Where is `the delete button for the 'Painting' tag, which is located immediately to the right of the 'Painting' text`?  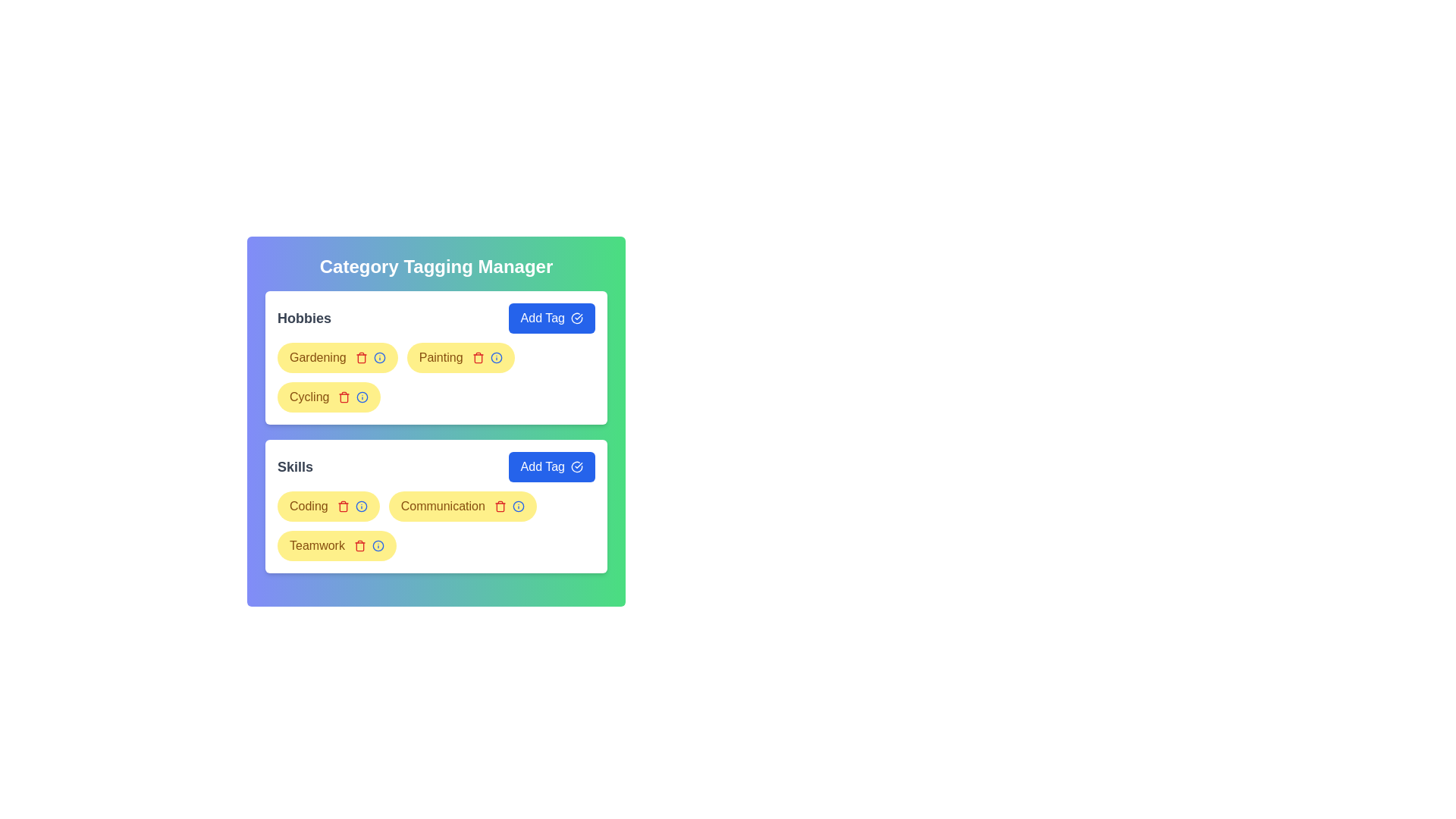
the delete button for the 'Painting' tag, which is located immediately to the right of the 'Painting' text is located at coordinates (477, 357).